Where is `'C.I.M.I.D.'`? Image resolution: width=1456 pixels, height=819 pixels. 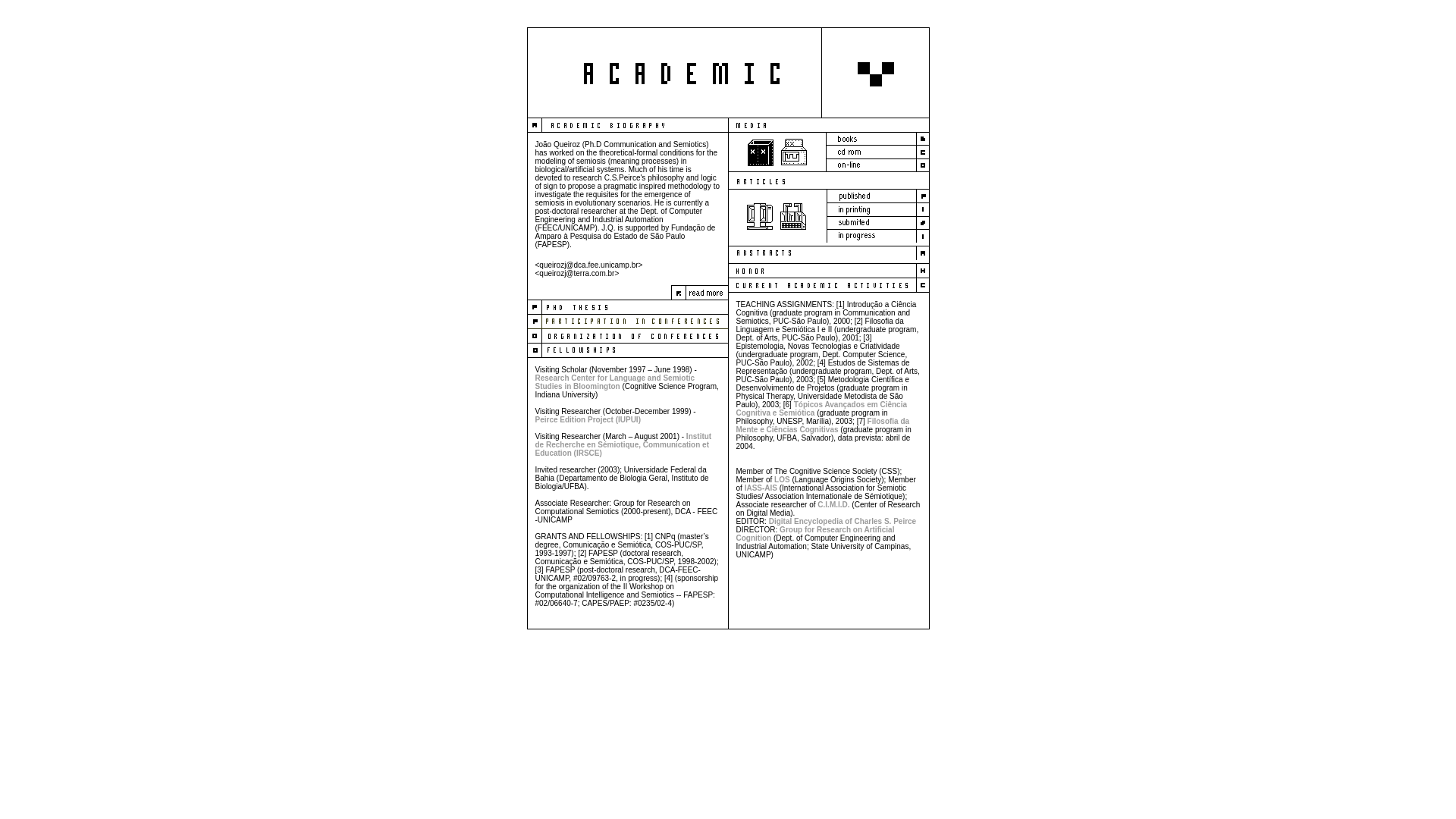
'C.I.M.I.D.' is located at coordinates (833, 504).